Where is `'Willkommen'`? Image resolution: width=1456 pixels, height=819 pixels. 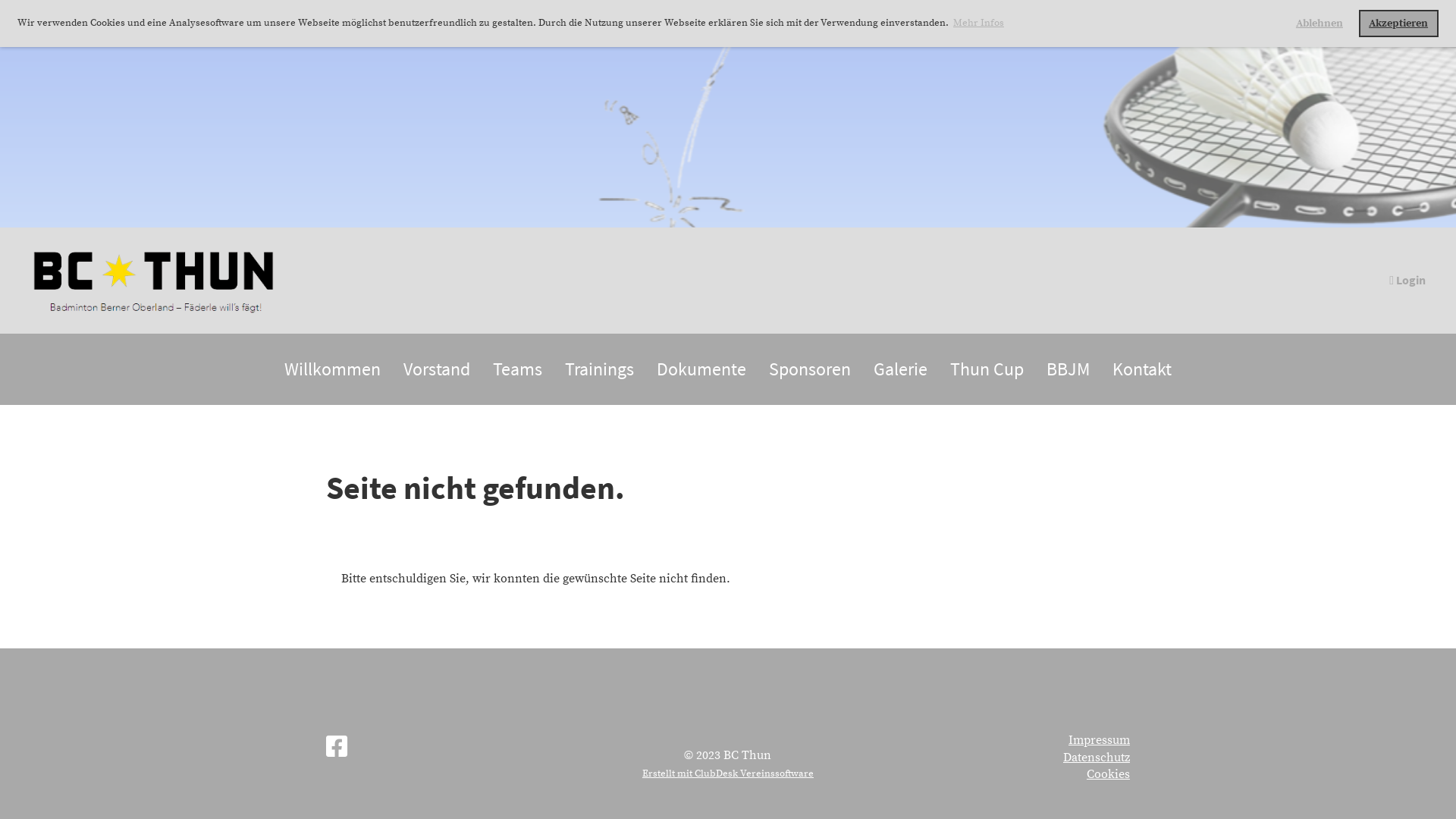
'Willkommen' is located at coordinates (331, 369).